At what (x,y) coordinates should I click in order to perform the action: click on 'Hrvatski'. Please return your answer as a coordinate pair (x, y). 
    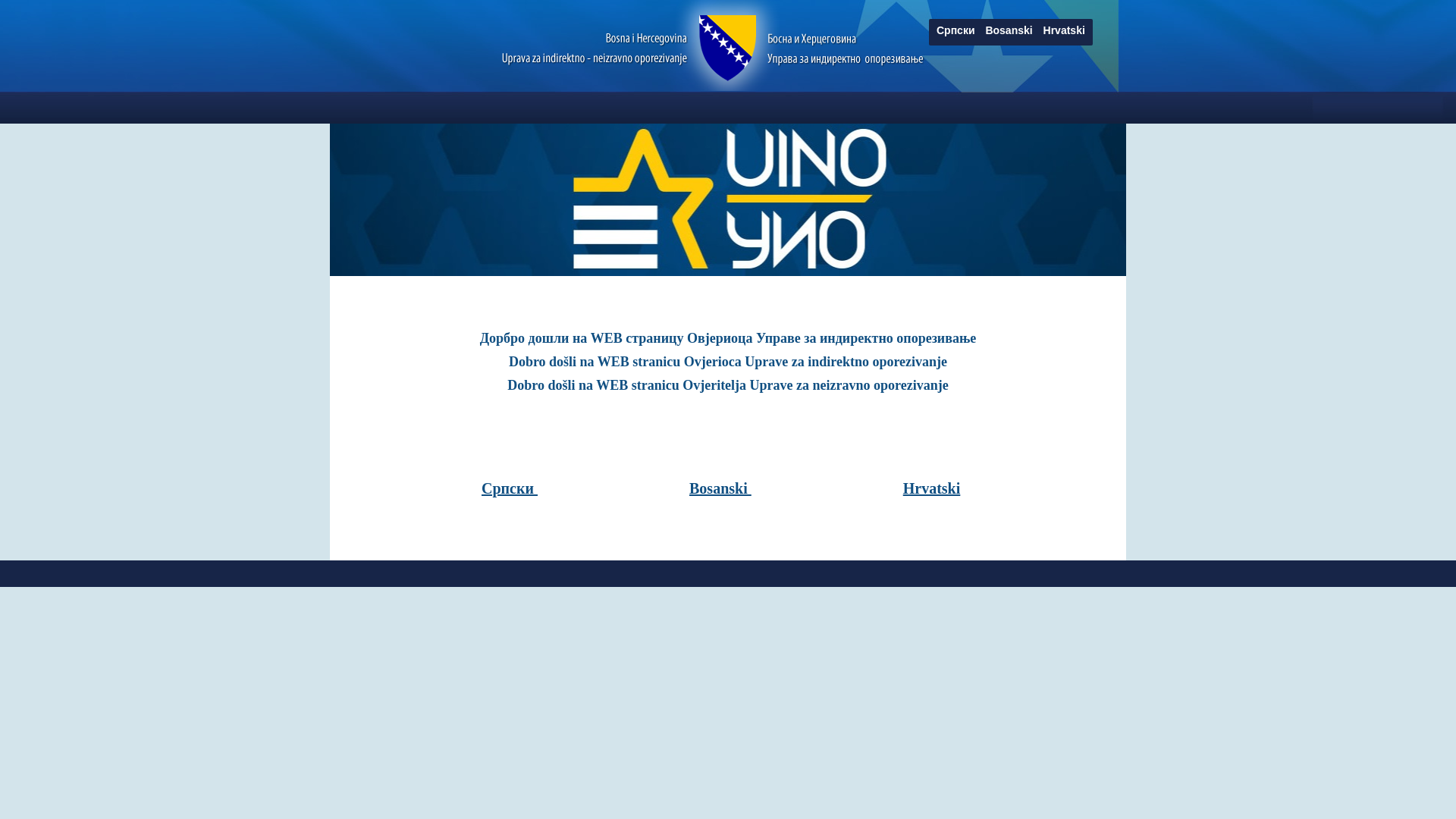
    Looking at the image, I should click on (930, 488).